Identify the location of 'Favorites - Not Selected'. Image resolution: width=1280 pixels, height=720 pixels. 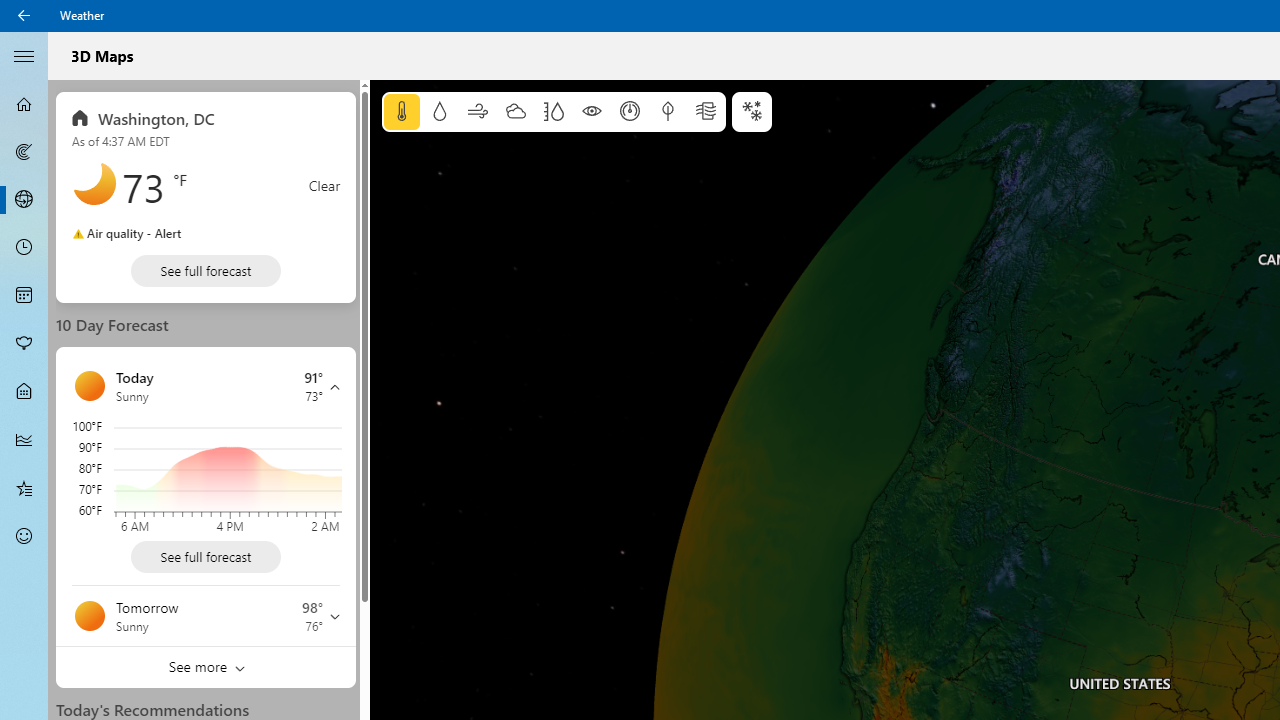
(24, 487).